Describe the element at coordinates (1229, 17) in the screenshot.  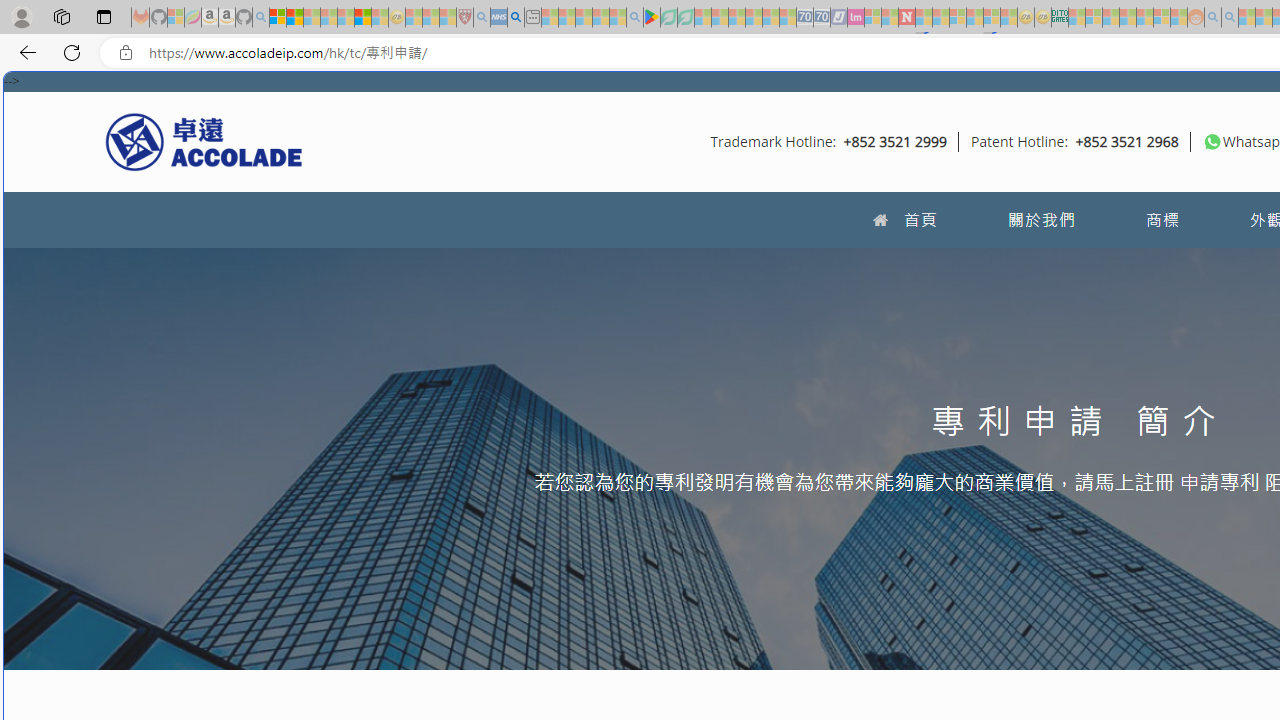
I see `'Utah sues federal government - Search - Sleeping'` at that location.